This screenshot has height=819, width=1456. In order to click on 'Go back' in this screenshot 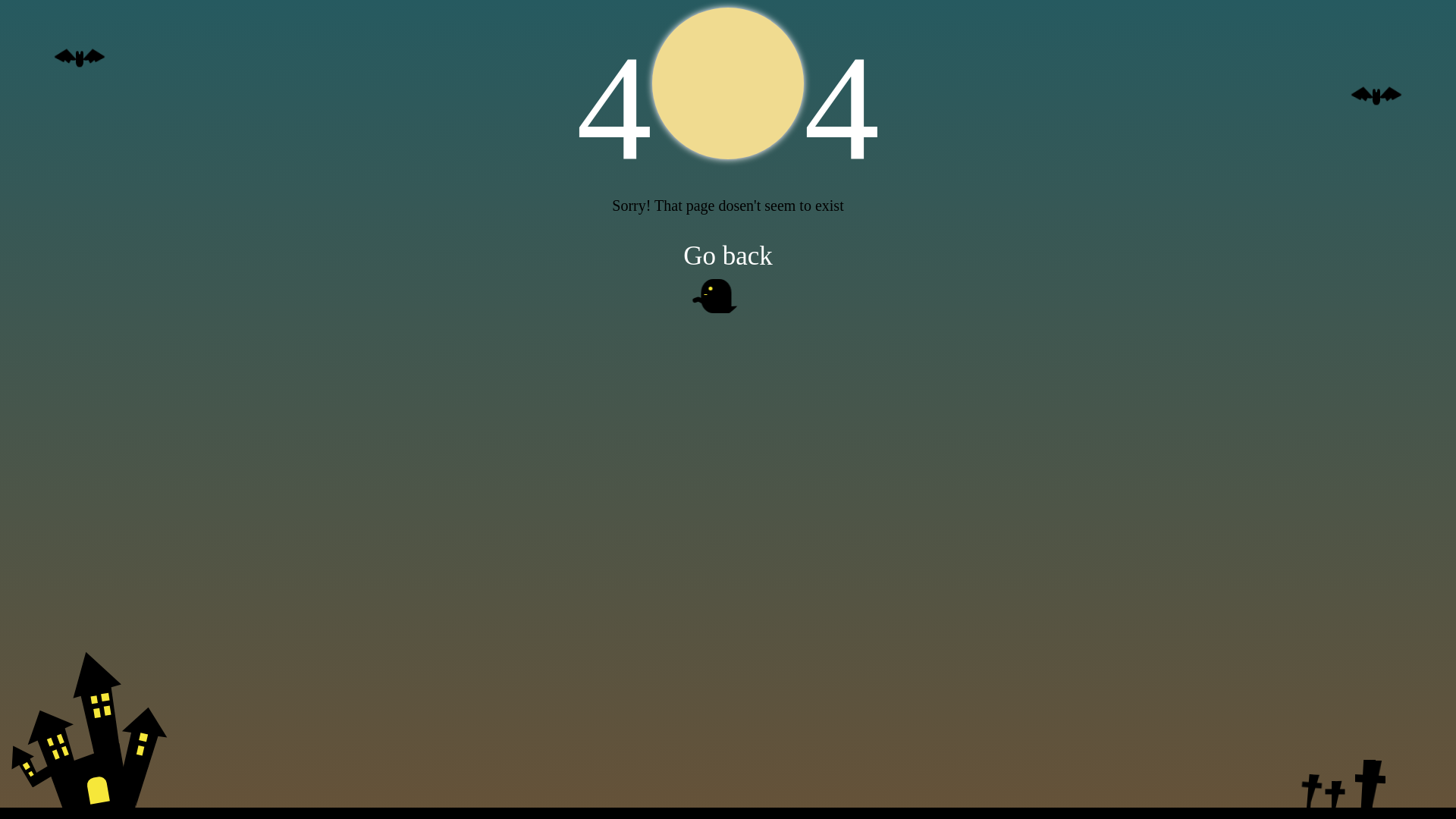, I will do `click(728, 253)`.